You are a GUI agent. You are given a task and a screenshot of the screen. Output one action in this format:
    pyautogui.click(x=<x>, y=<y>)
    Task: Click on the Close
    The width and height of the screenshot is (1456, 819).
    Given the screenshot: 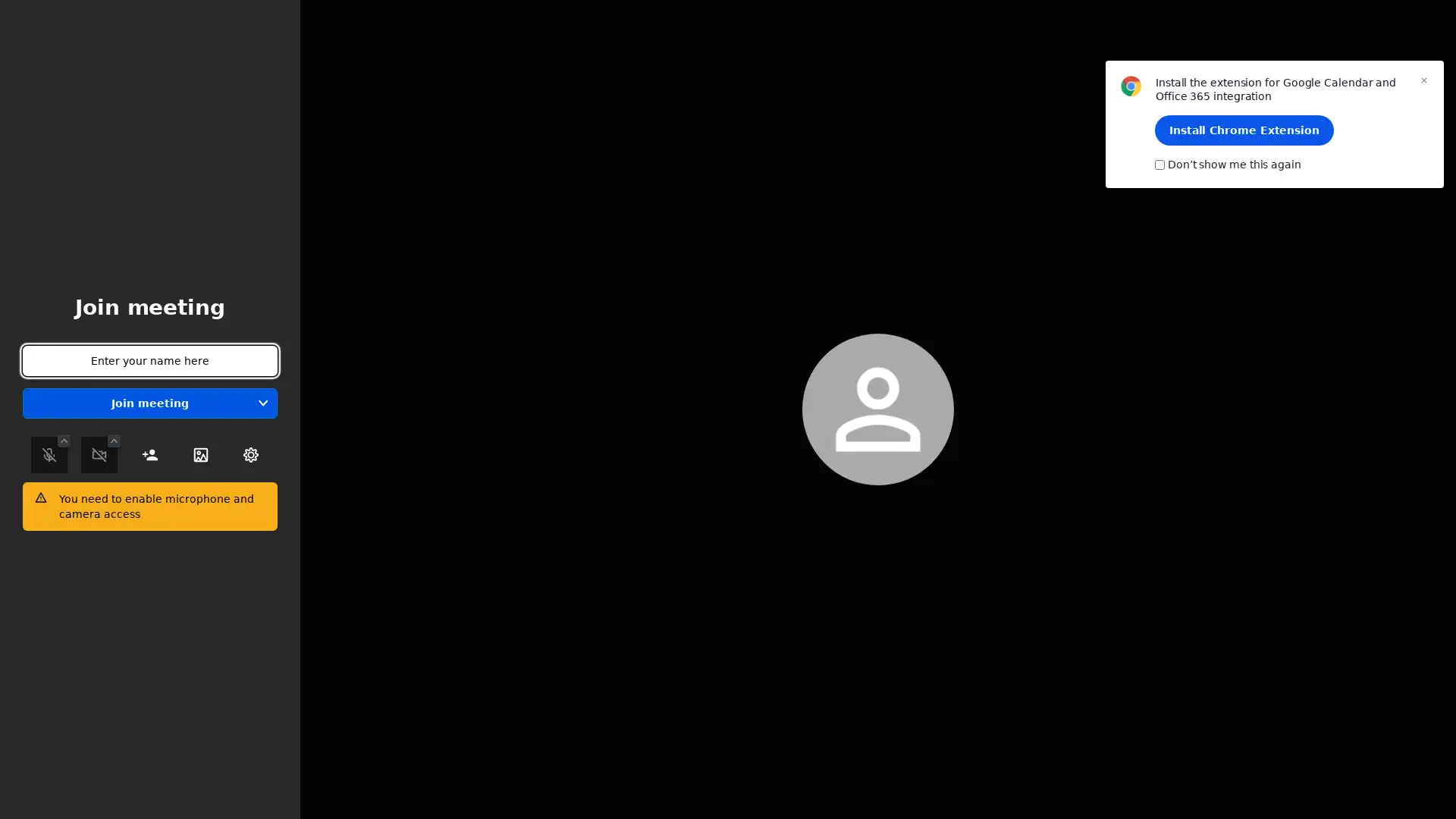 What is the action you would take?
    pyautogui.click(x=1423, y=80)
    